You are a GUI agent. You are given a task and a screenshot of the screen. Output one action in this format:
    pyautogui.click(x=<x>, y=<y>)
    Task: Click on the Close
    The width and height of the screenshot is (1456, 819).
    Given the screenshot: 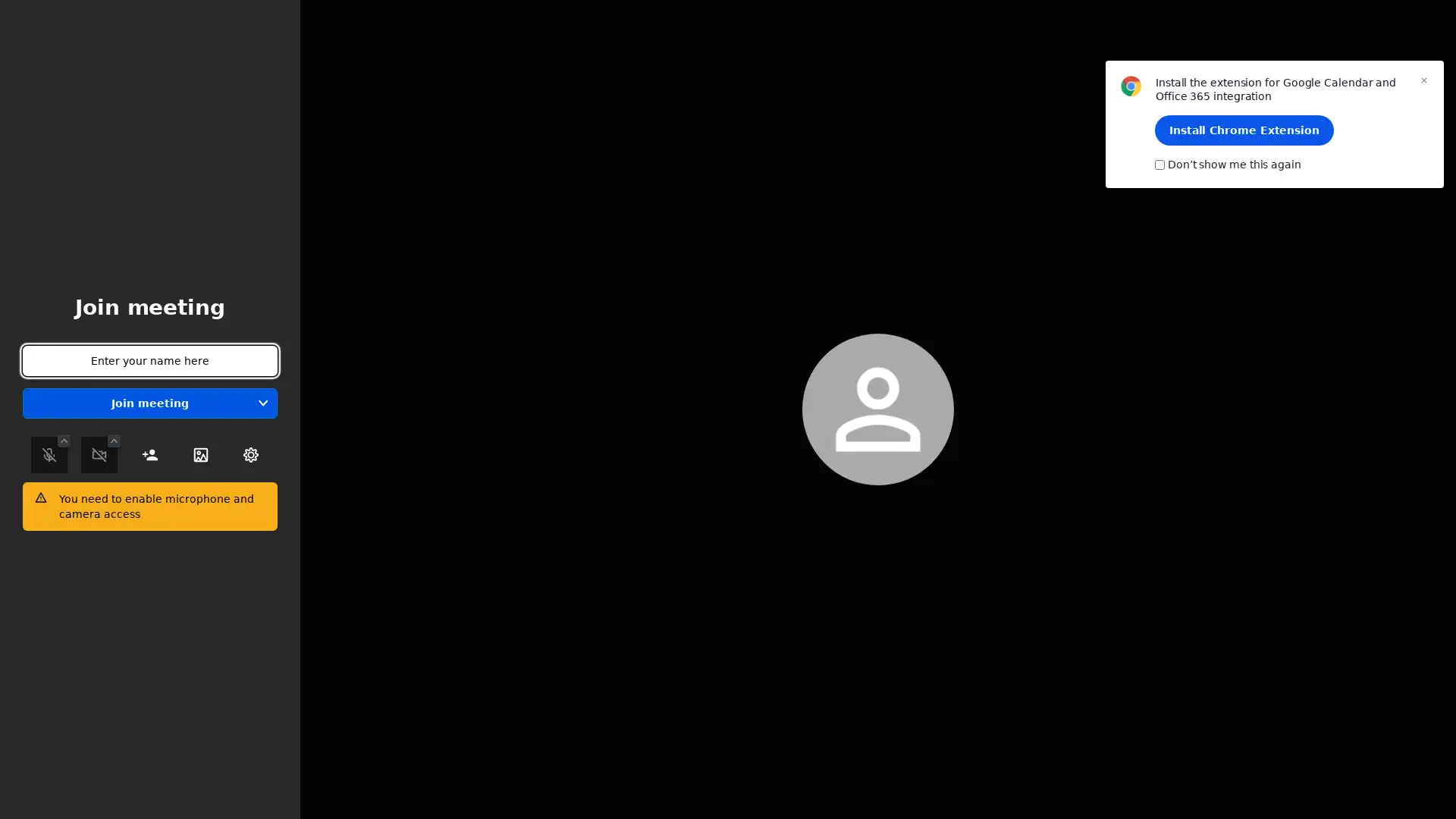 What is the action you would take?
    pyautogui.click(x=1423, y=80)
    